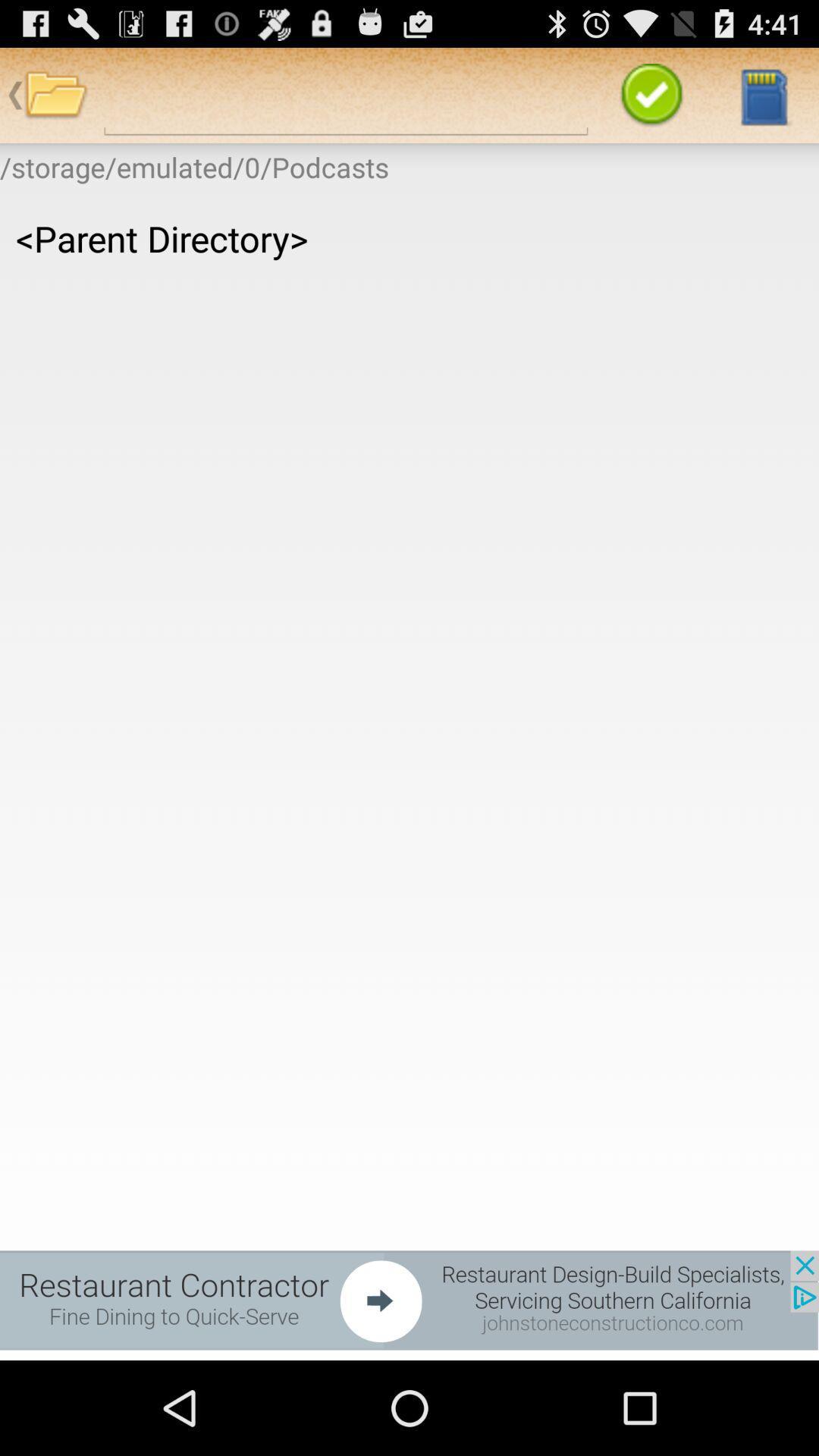 This screenshot has width=819, height=1456. Describe the element at coordinates (409, 1299) in the screenshot. I see `open advertisement` at that location.